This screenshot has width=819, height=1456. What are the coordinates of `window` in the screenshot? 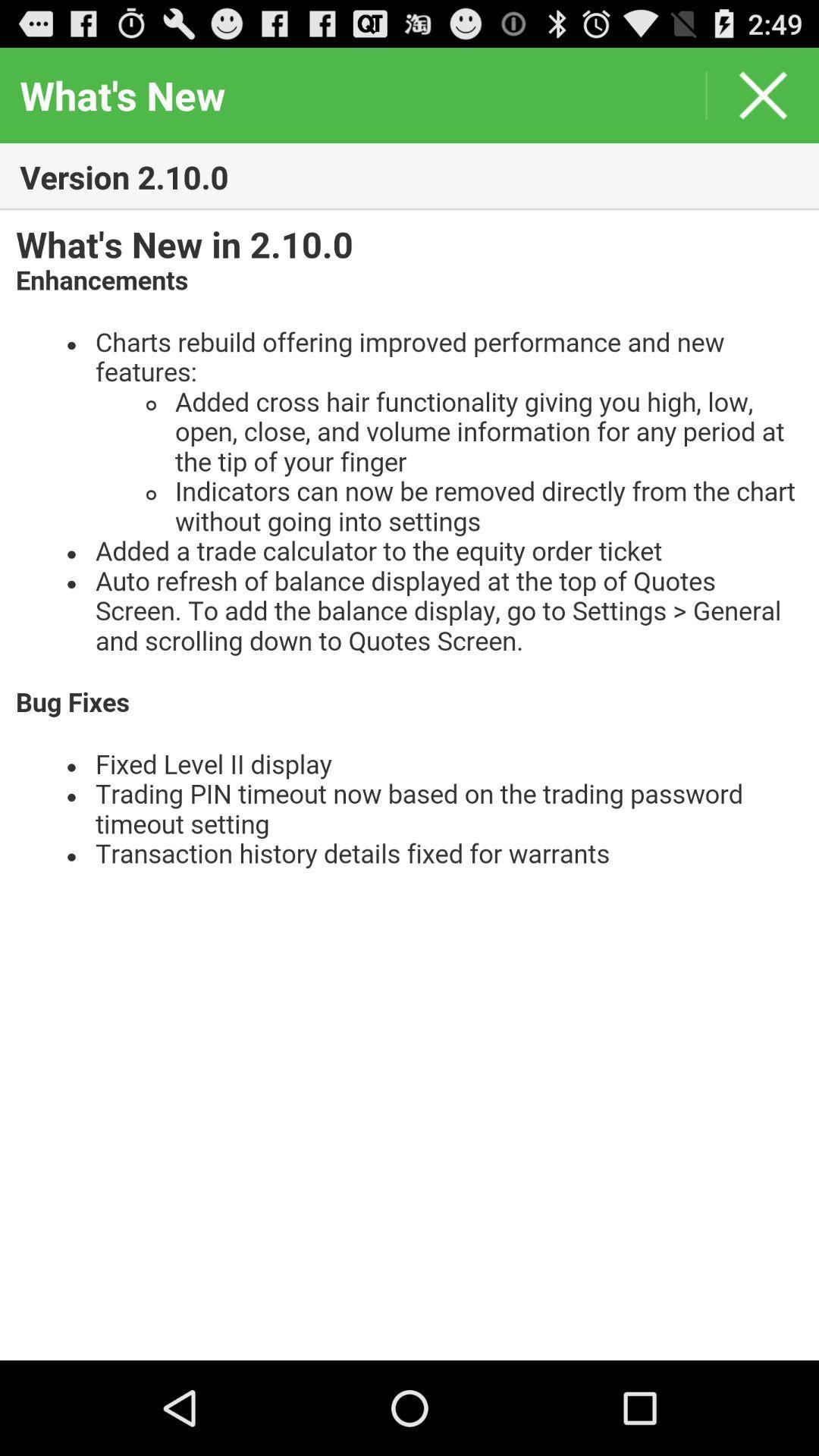 It's located at (763, 94).